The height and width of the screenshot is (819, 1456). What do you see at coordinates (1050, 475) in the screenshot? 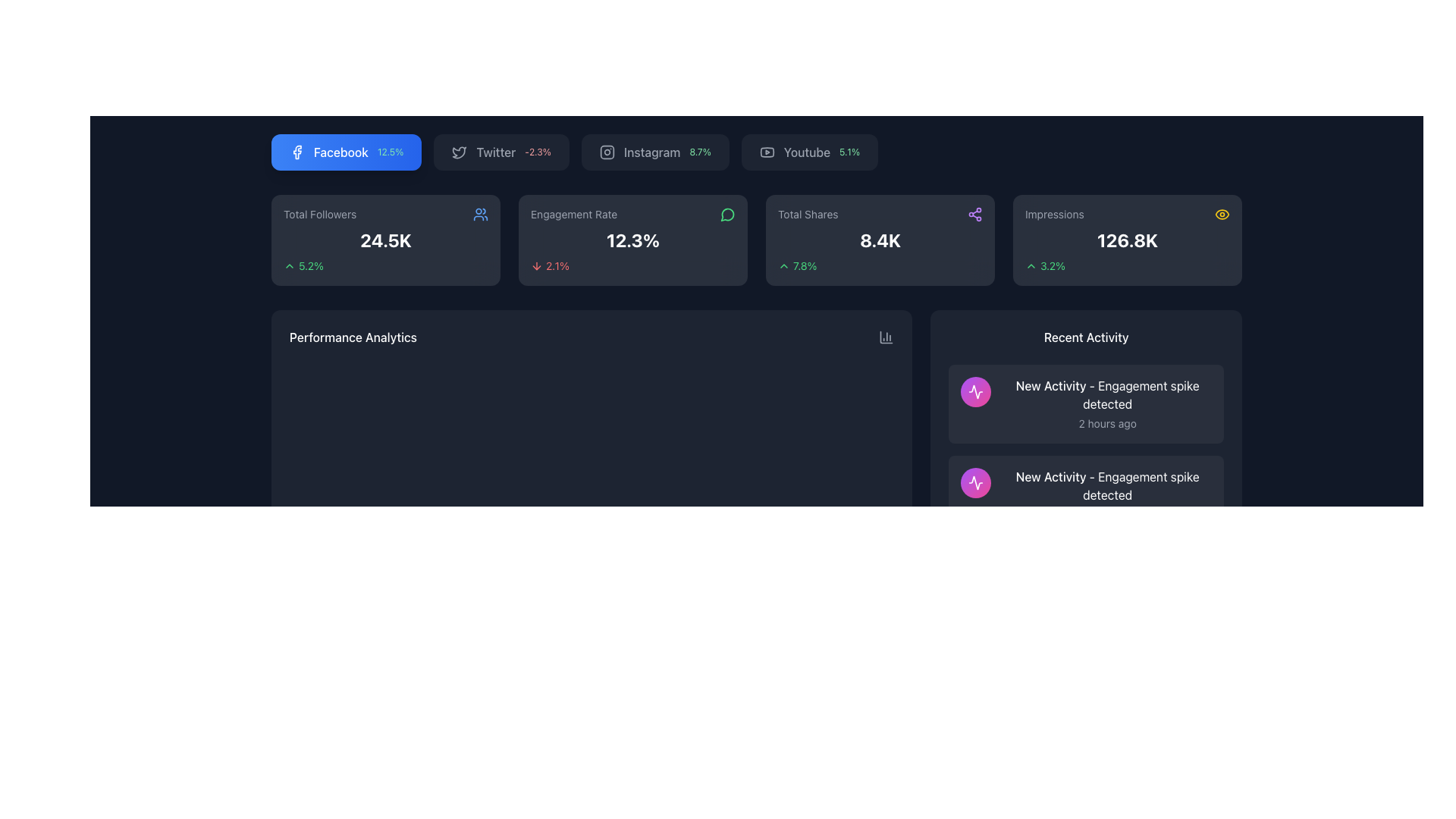
I see `the 'New Activity' text label in the notification block of the 'Recent Activity' section, which indicates an activity update` at bounding box center [1050, 475].